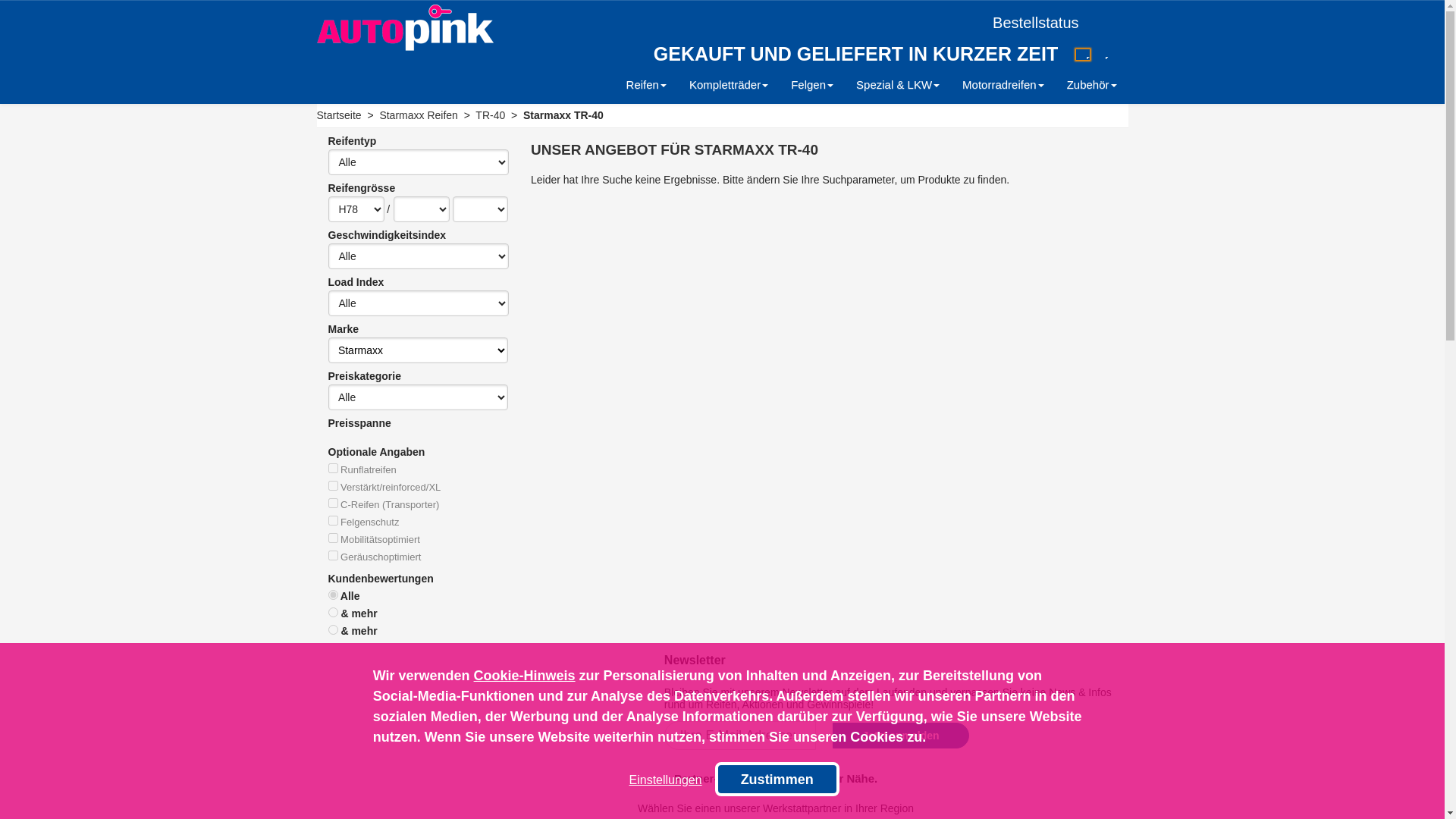  Describe the element at coordinates (666, 780) in the screenshot. I see `'Einstellungen'` at that location.